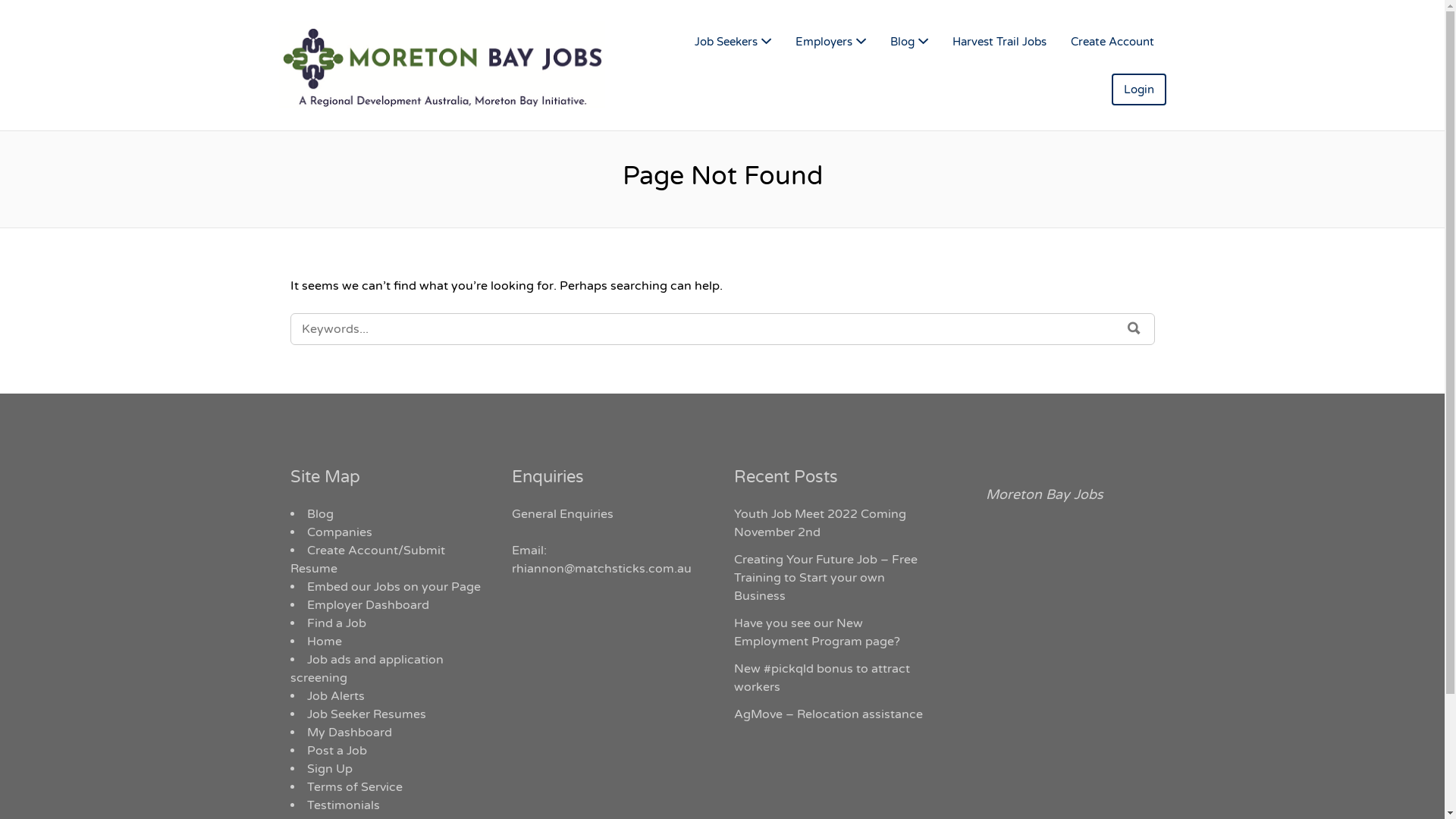 This screenshot has height=819, width=1456. Describe the element at coordinates (366, 714) in the screenshot. I see `'Job Seeker Resumes'` at that location.